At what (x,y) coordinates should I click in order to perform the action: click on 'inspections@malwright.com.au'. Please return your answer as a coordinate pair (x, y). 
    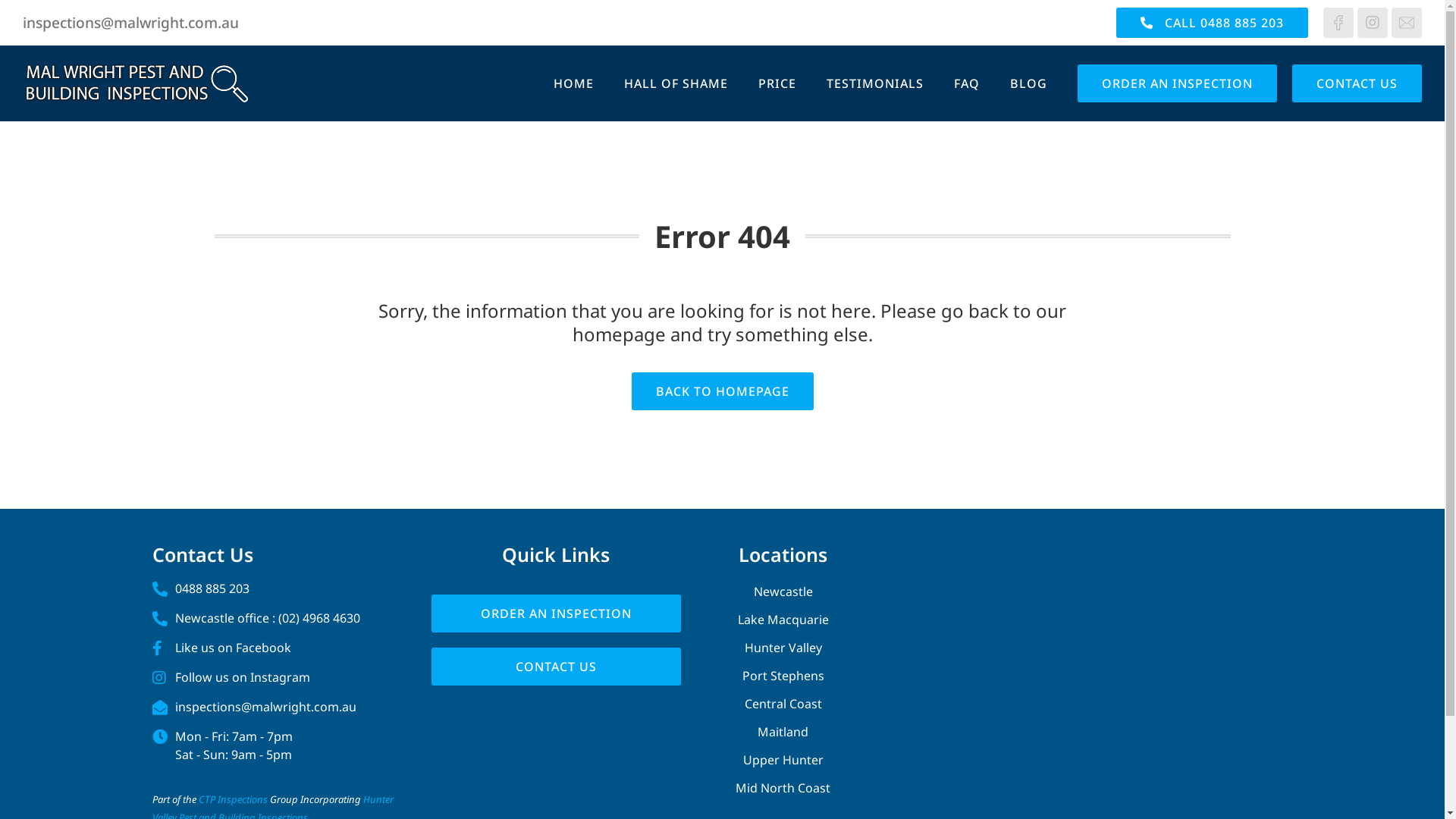
    Looking at the image, I should click on (130, 23).